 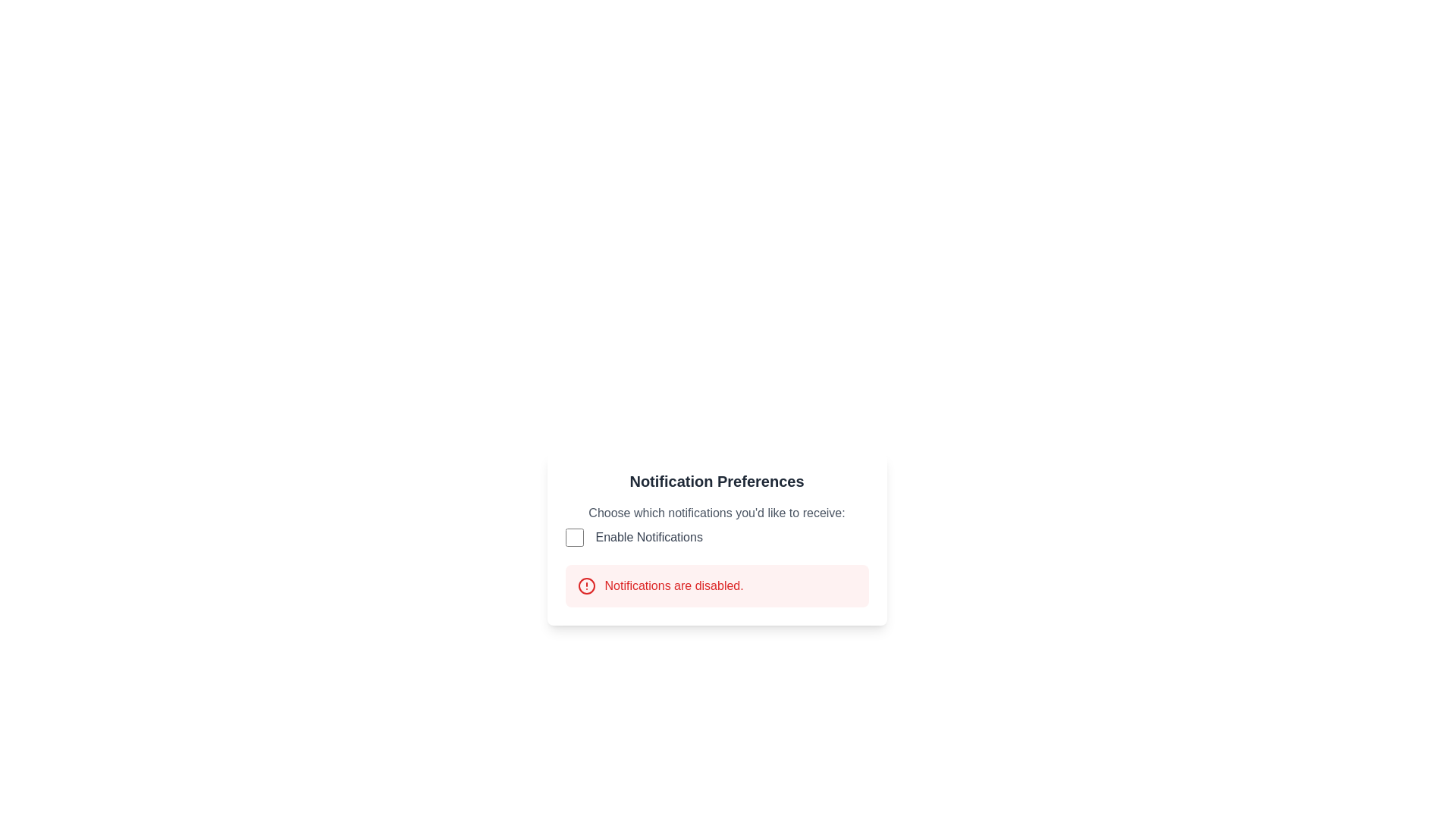 What do you see at coordinates (585, 585) in the screenshot?
I see `the graphical alert indicator that signifies notifications are disabled, located left to the text 'Notifications are disabled.' in the notification preference card` at bounding box center [585, 585].